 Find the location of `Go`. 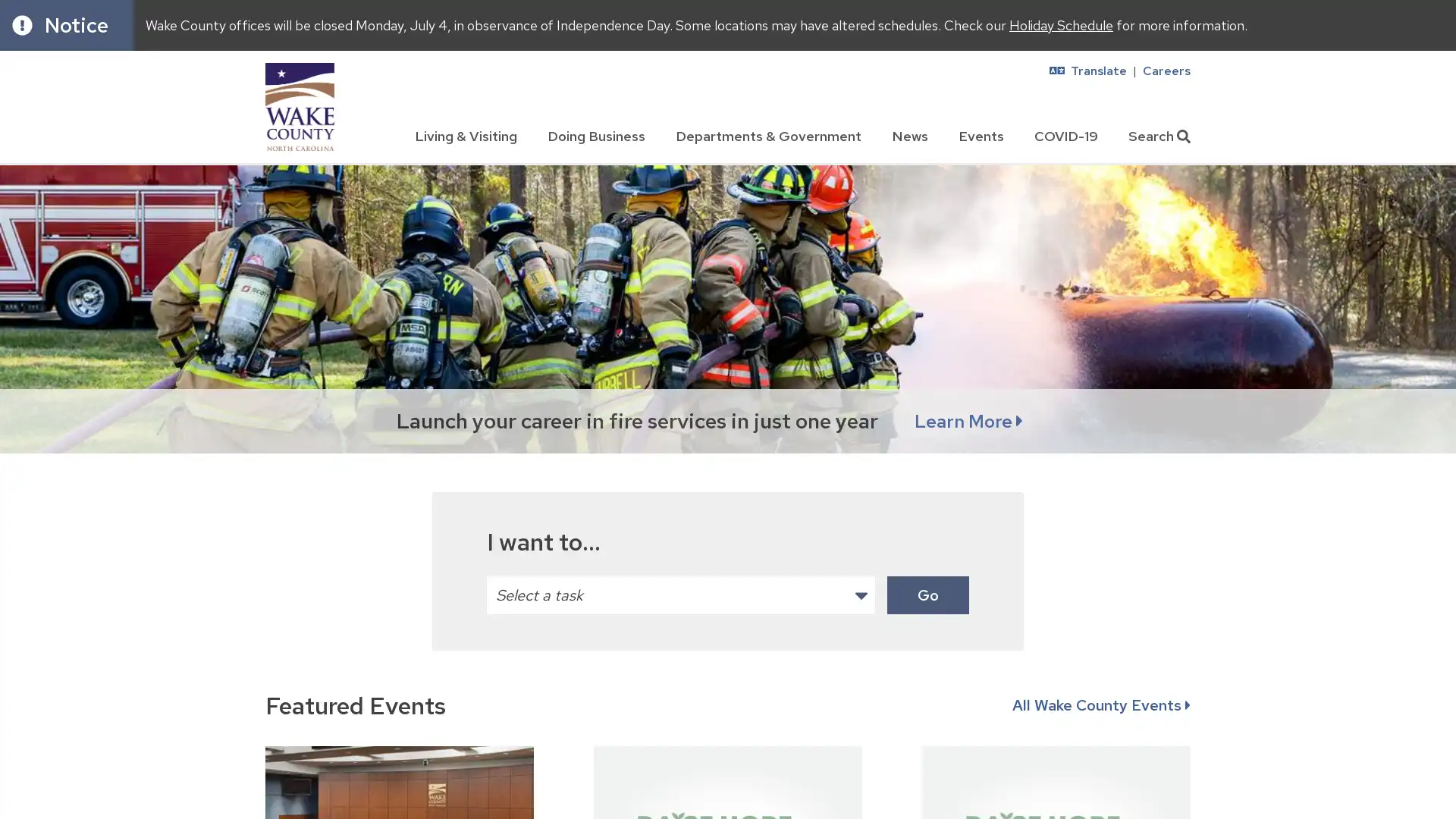

Go is located at coordinates (927, 593).